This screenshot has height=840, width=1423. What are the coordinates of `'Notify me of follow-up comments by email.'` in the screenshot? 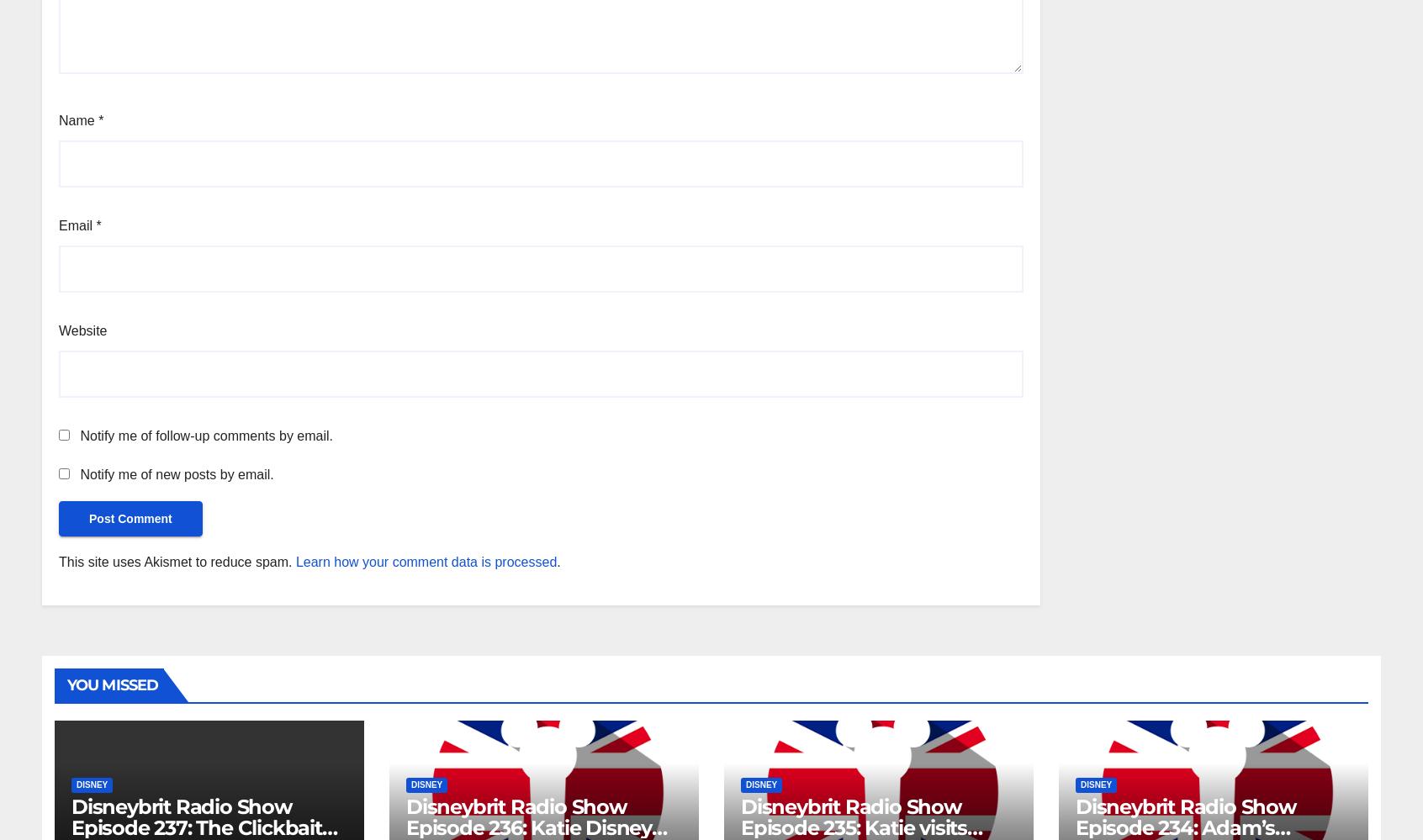 It's located at (206, 434).